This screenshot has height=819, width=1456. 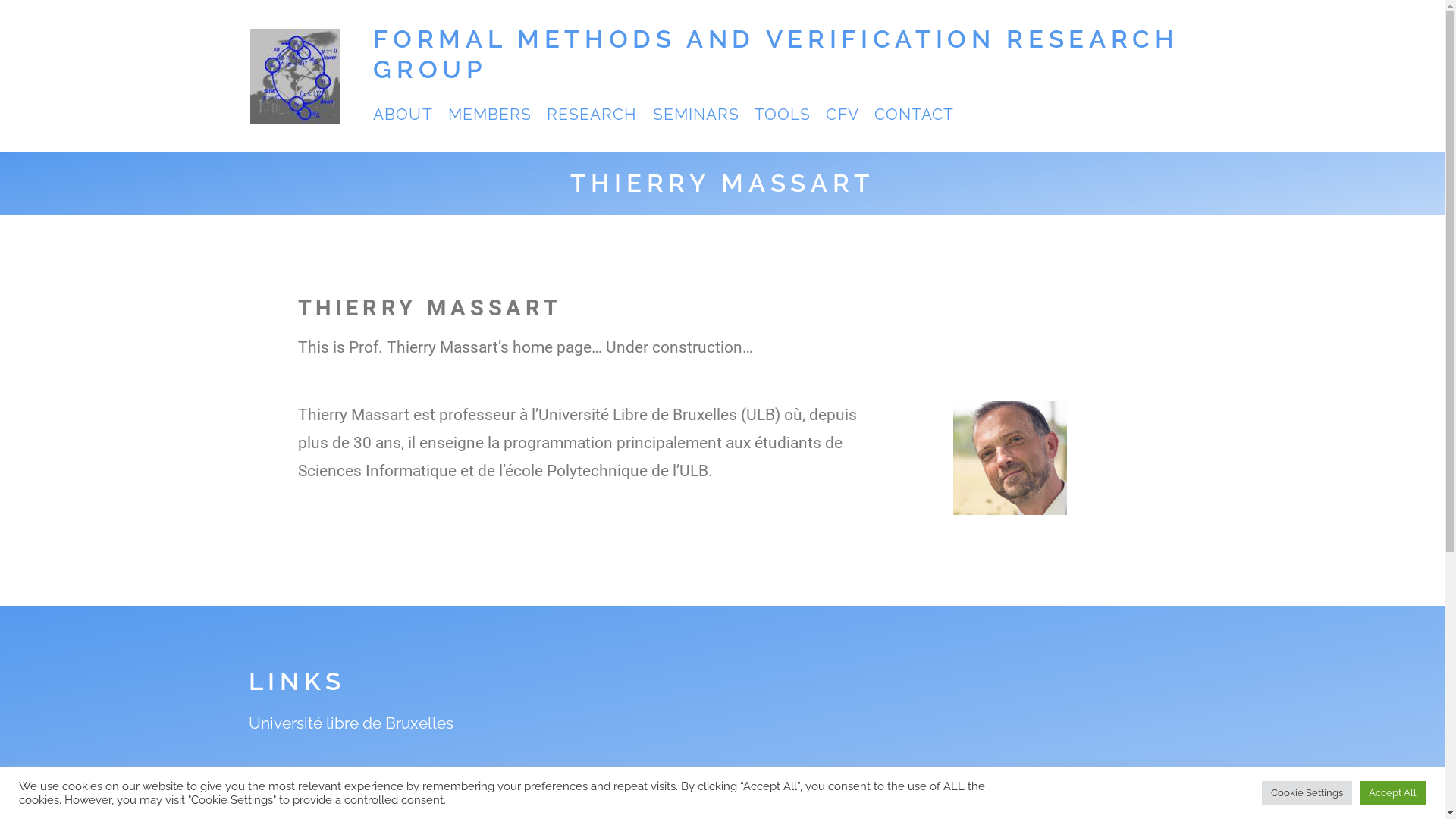 I want to click on 'CONTACT', so click(x=913, y=113).